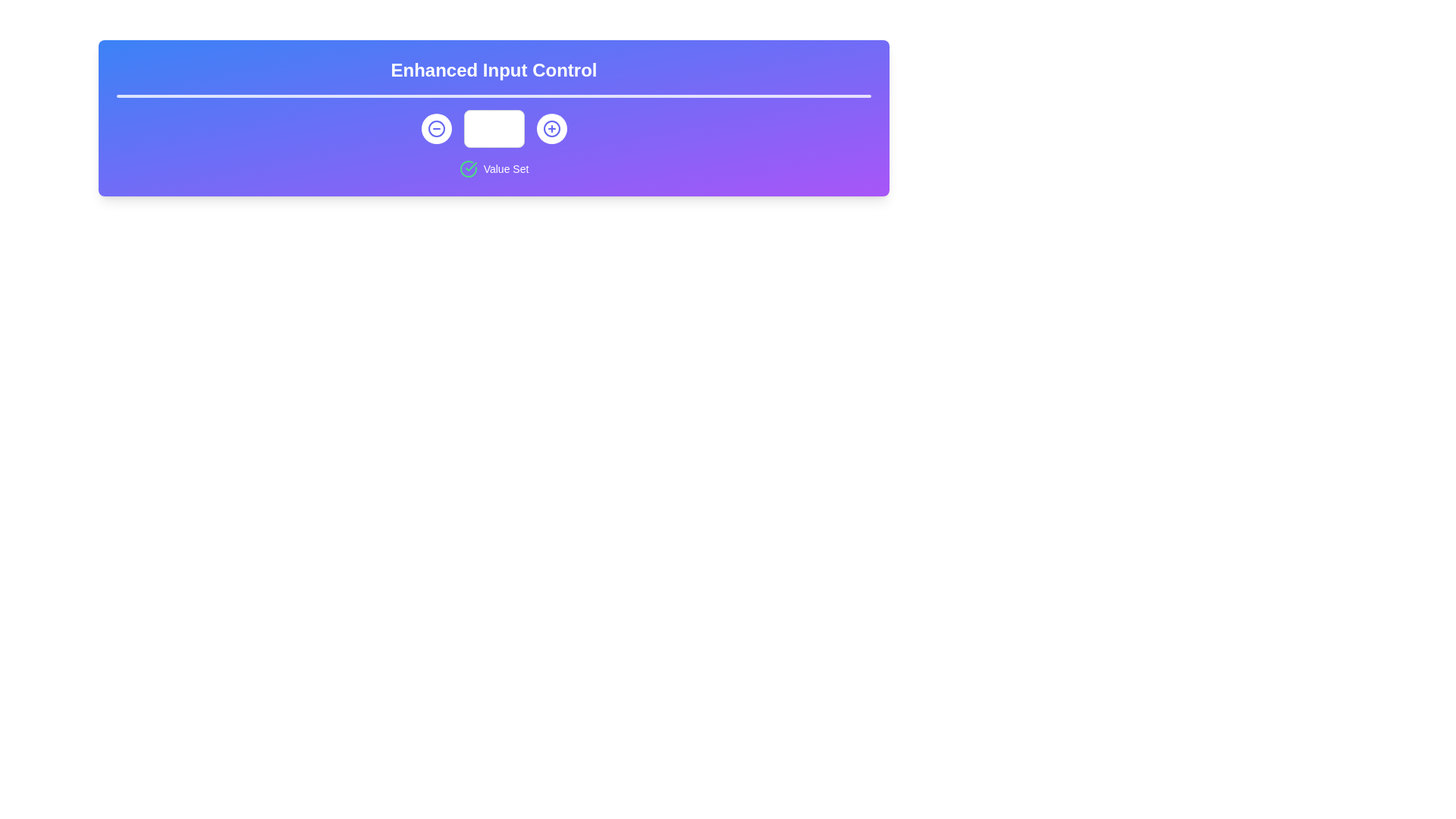 Image resolution: width=1456 pixels, height=819 pixels. What do you see at coordinates (435, 127) in the screenshot?
I see `the SVG circle element that represents a circle within the circle-minus icon, located to the left of the input field` at bounding box center [435, 127].